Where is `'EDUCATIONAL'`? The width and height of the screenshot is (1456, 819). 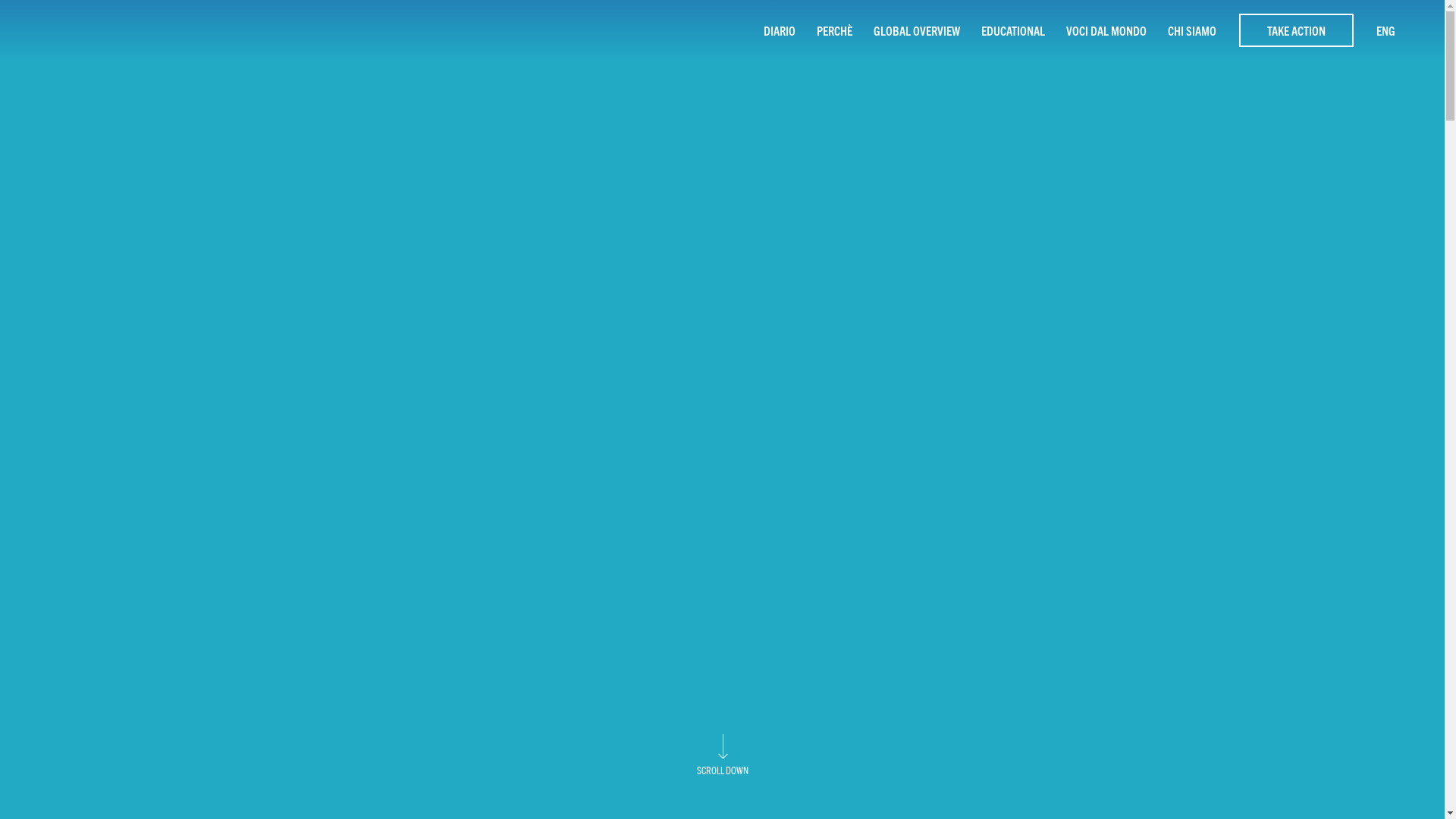
'EDUCATIONAL' is located at coordinates (1012, 30).